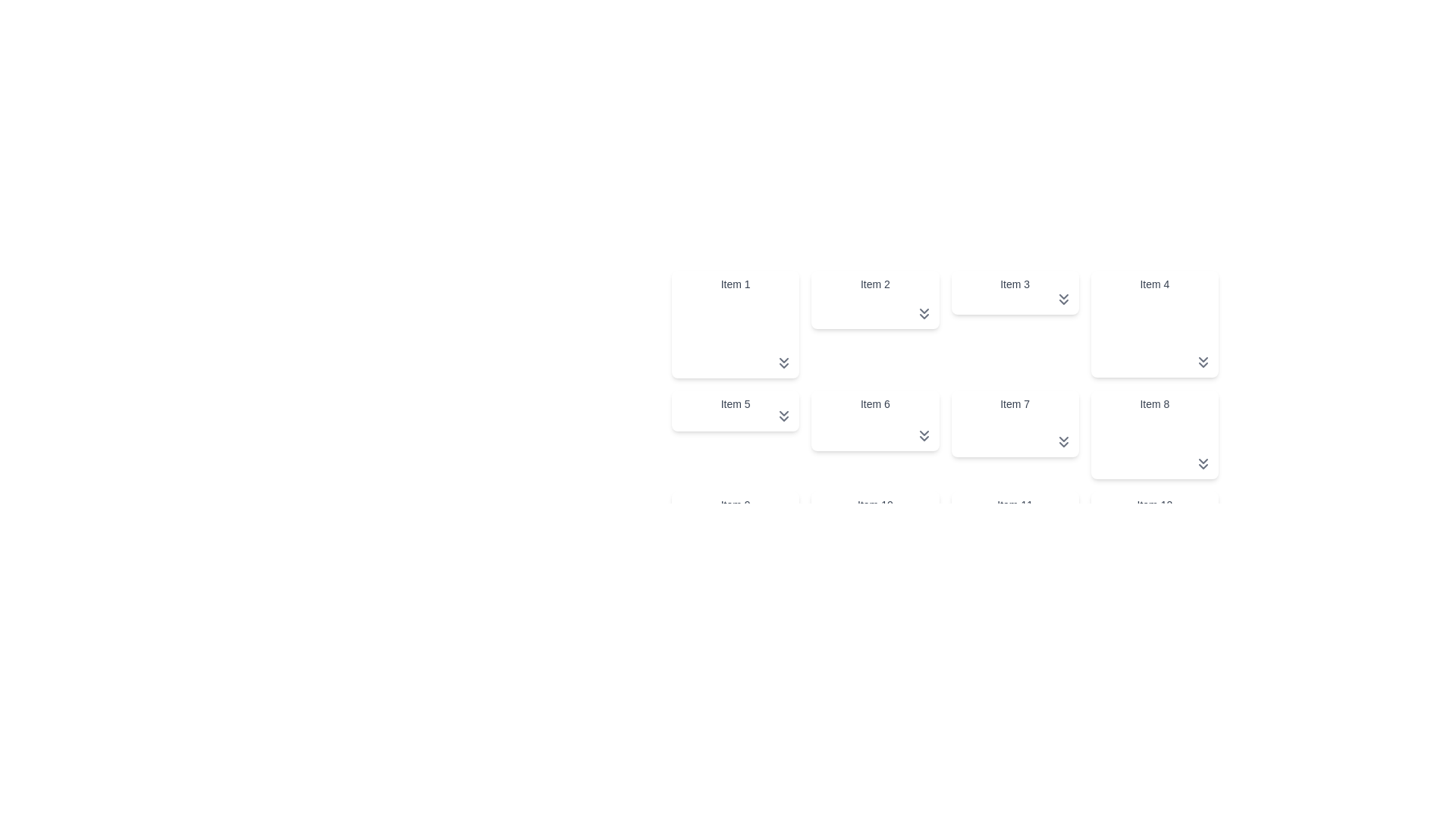 This screenshot has height=819, width=1456. What do you see at coordinates (1062, 299) in the screenshot?
I see `the double-chevron-down icon located in the bottom-right corner of the card labeled 'Item 3' to trigger tooltips or highlighting effects` at bounding box center [1062, 299].